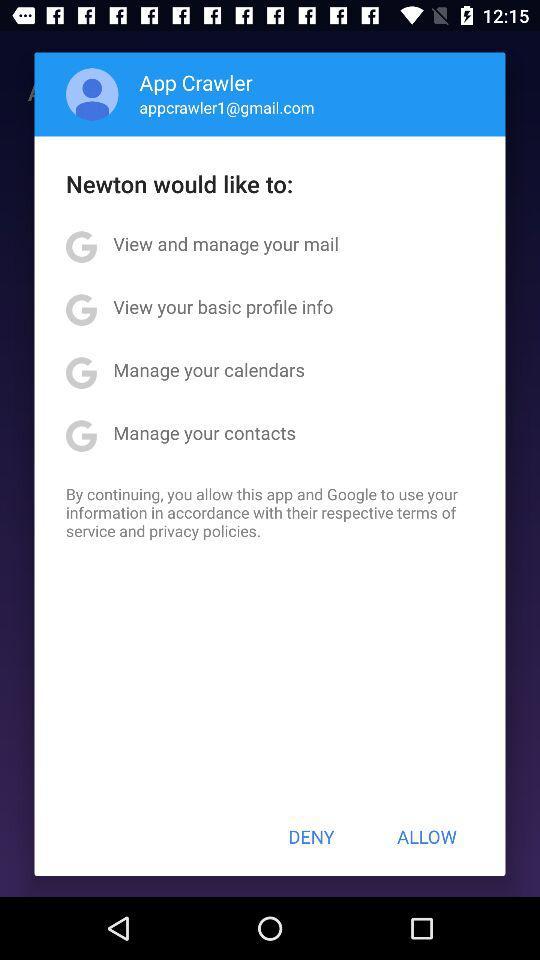 The width and height of the screenshot is (540, 960). Describe the element at coordinates (225, 242) in the screenshot. I see `view and manage item` at that location.